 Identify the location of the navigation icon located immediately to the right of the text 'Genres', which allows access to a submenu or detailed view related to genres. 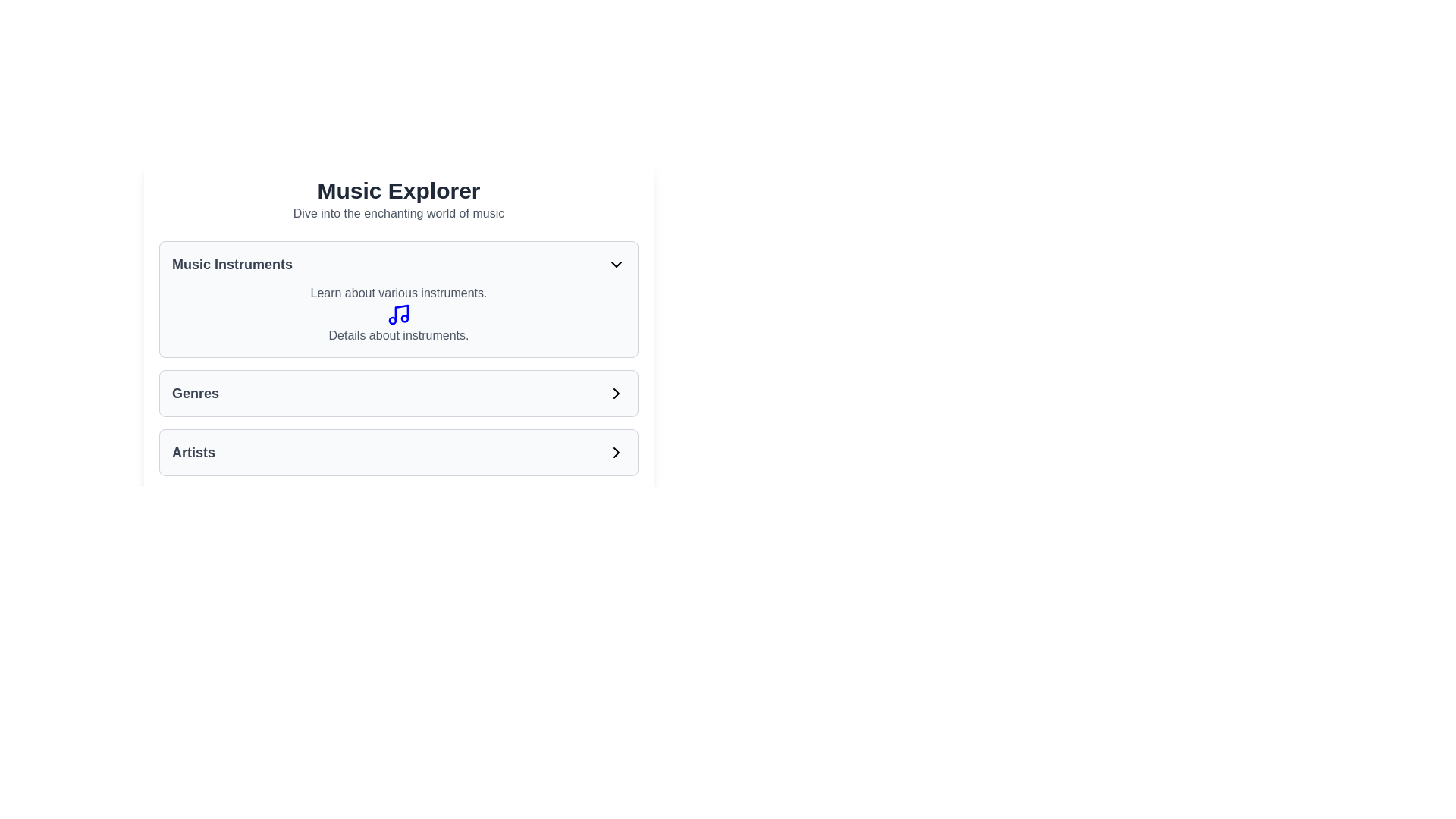
(616, 393).